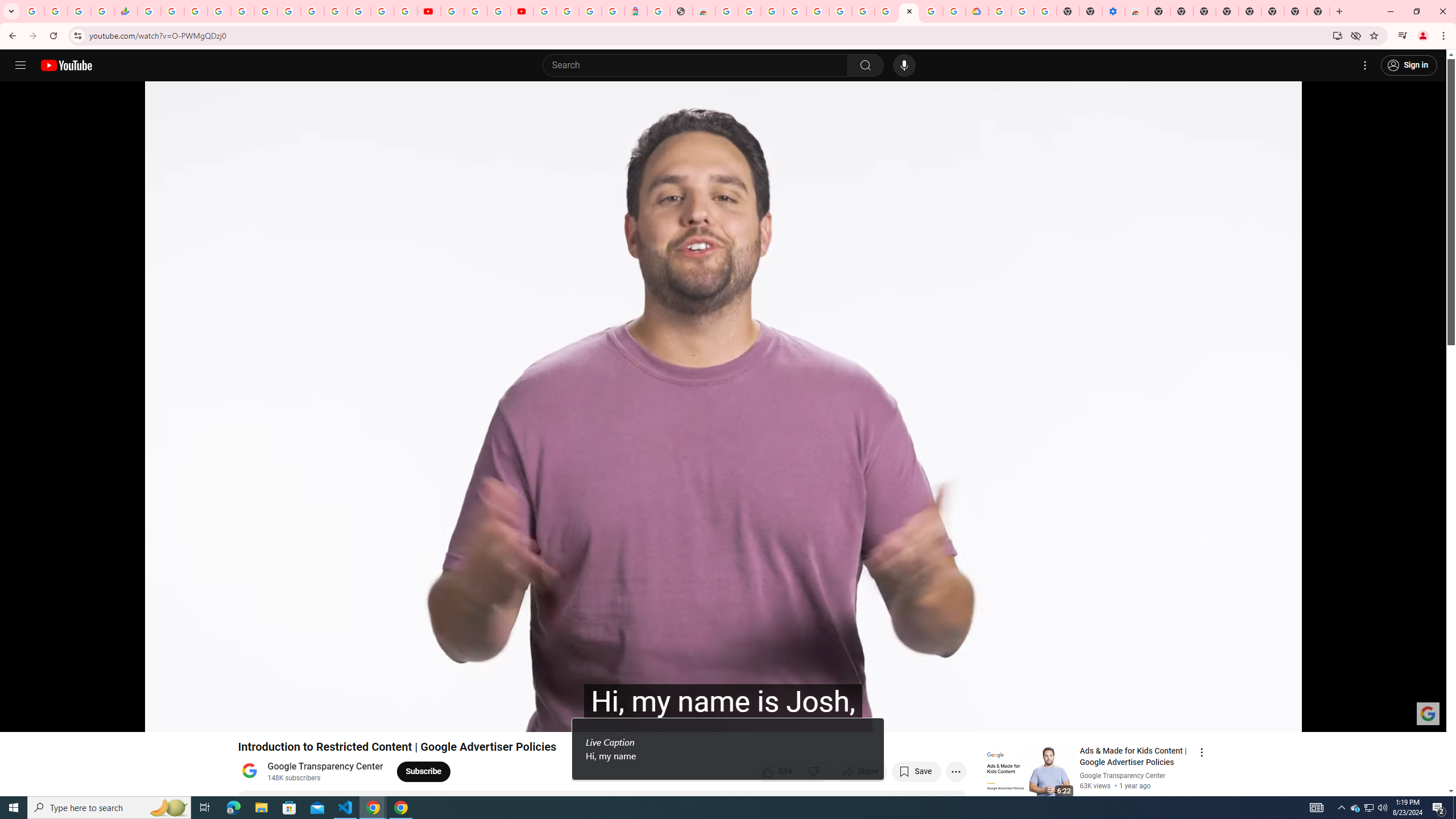 This screenshot has width=1456, height=819. Describe the element at coordinates (325, 766) in the screenshot. I see `'Google Transparency Center'` at that location.